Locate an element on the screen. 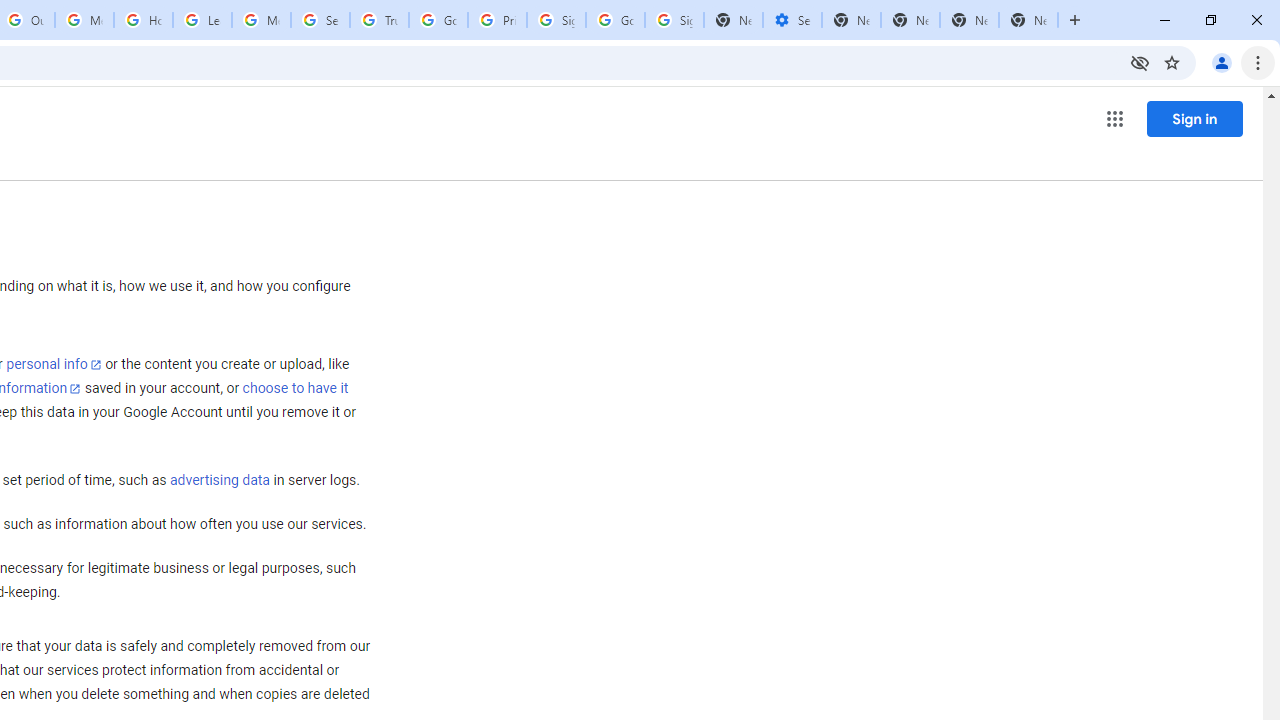 This screenshot has width=1280, height=720. 'Google Ads - Sign in' is located at coordinates (437, 20).